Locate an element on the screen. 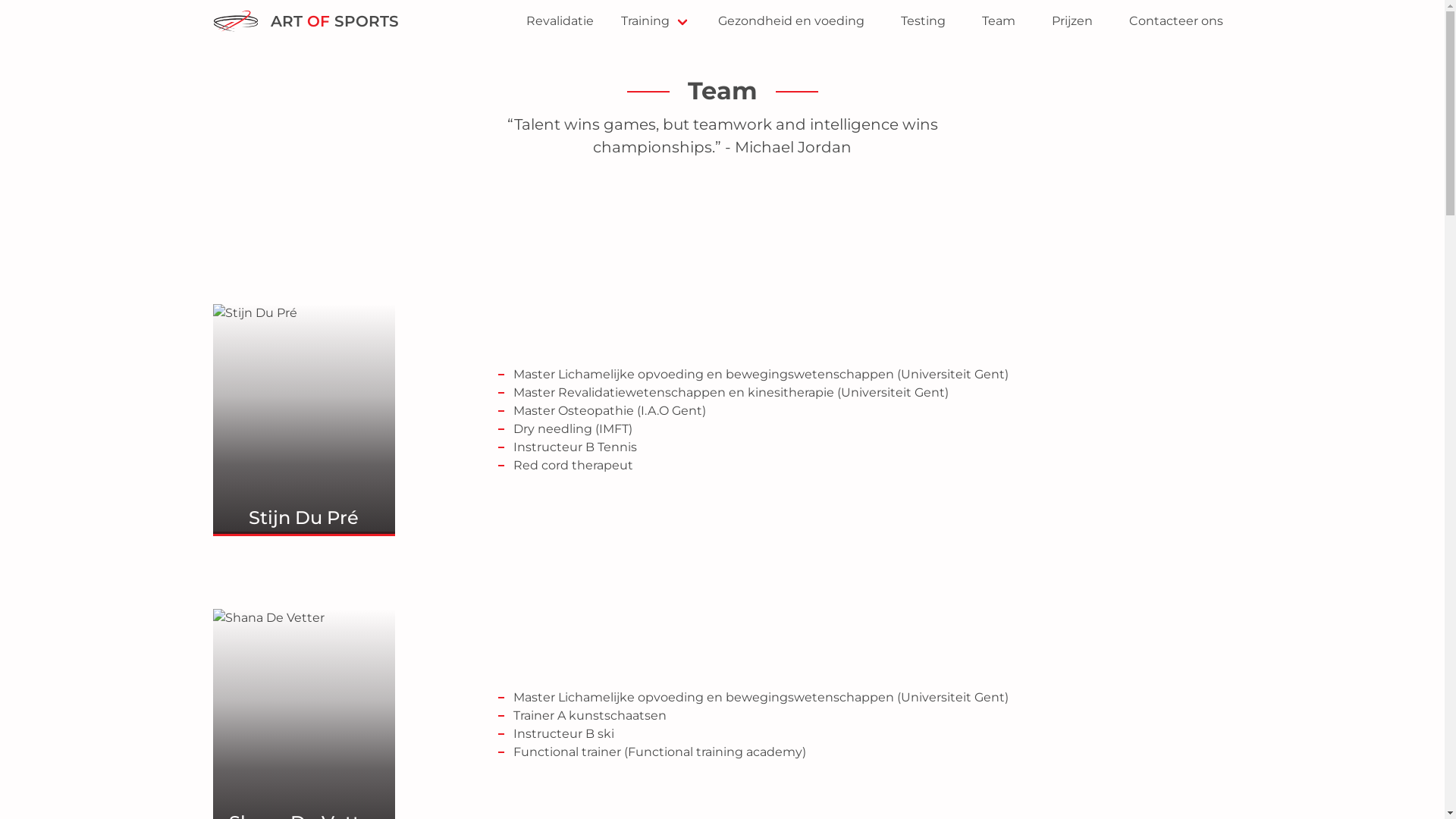 This screenshot has width=1456, height=819. 'Revalidatie' is located at coordinates (559, 20).